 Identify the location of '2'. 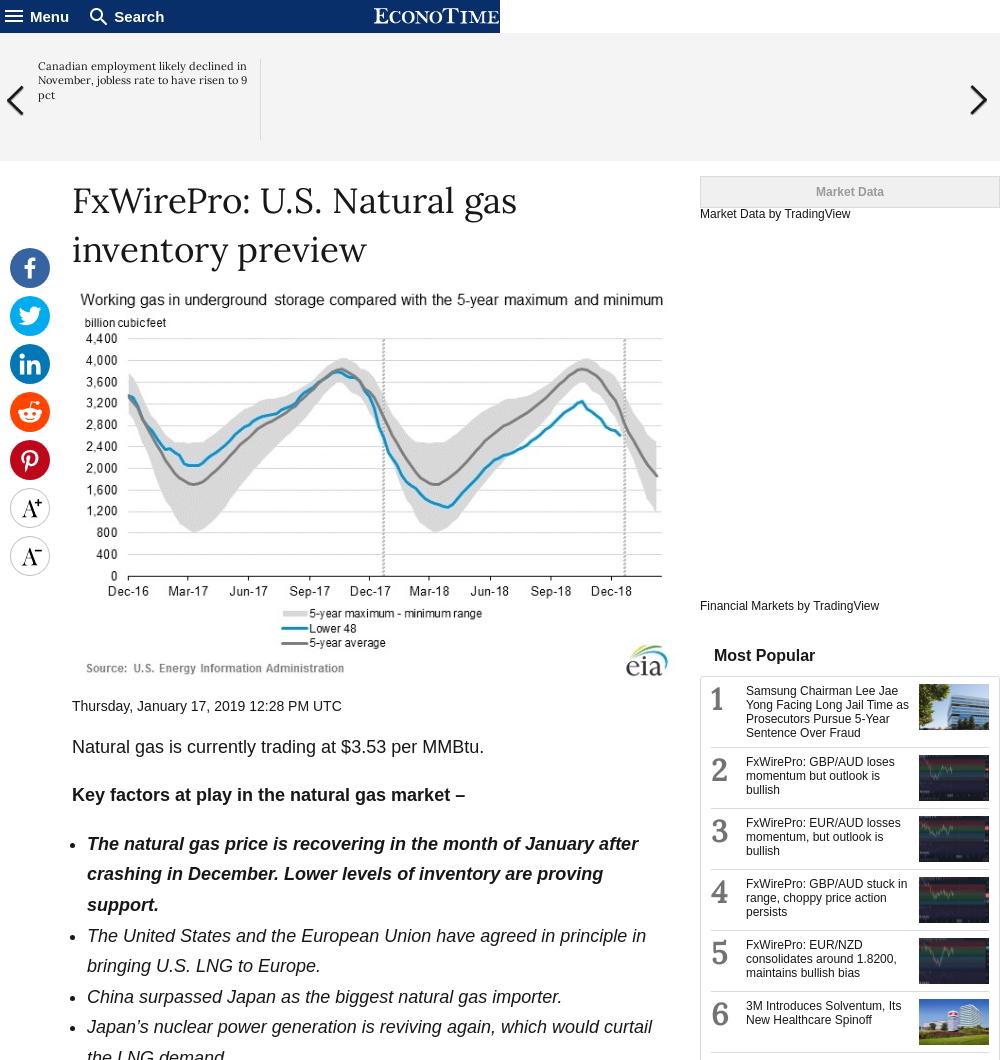
(718, 768).